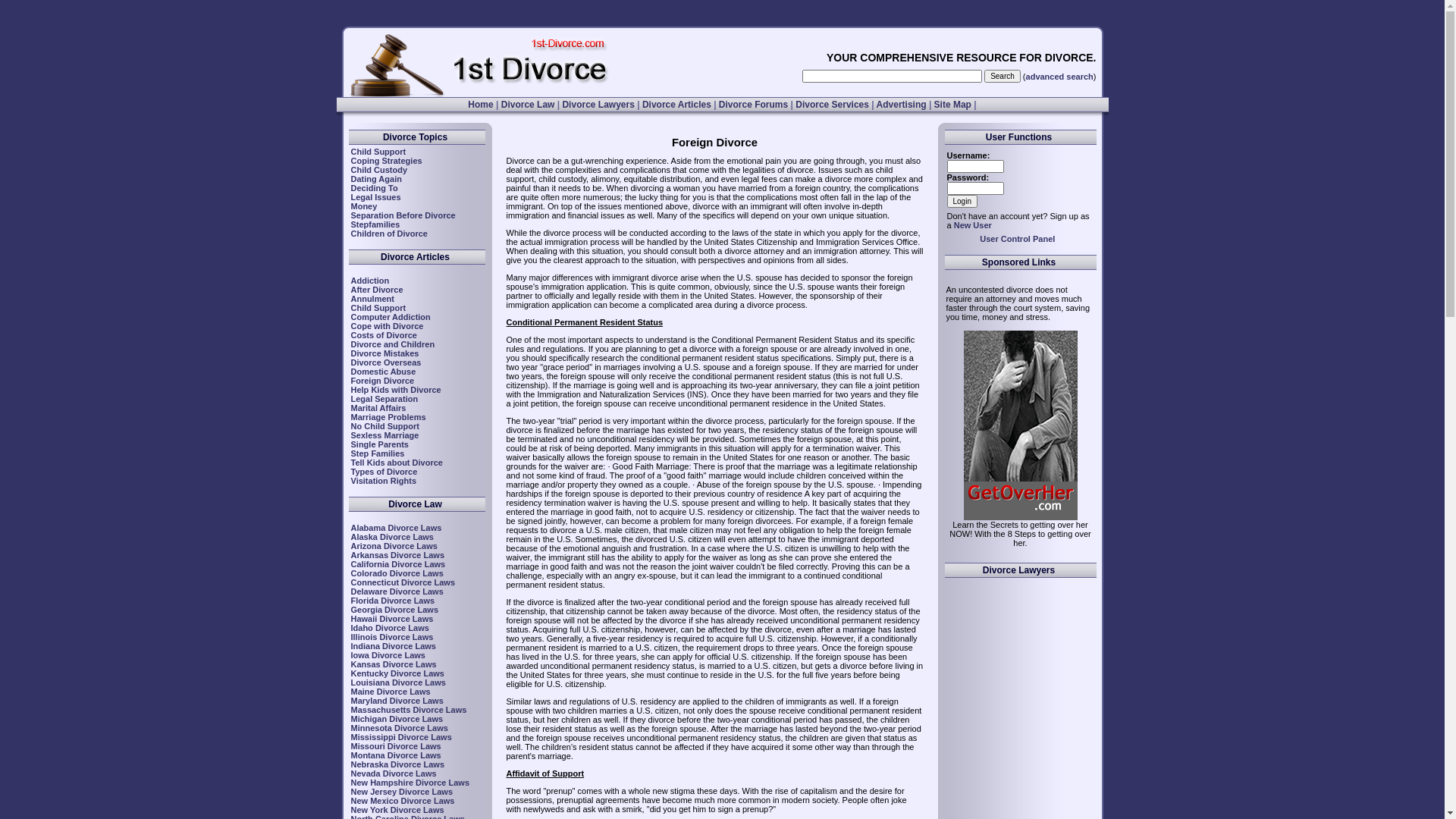  Describe the element at coordinates (349, 397) in the screenshot. I see `'Legal Separation'` at that location.